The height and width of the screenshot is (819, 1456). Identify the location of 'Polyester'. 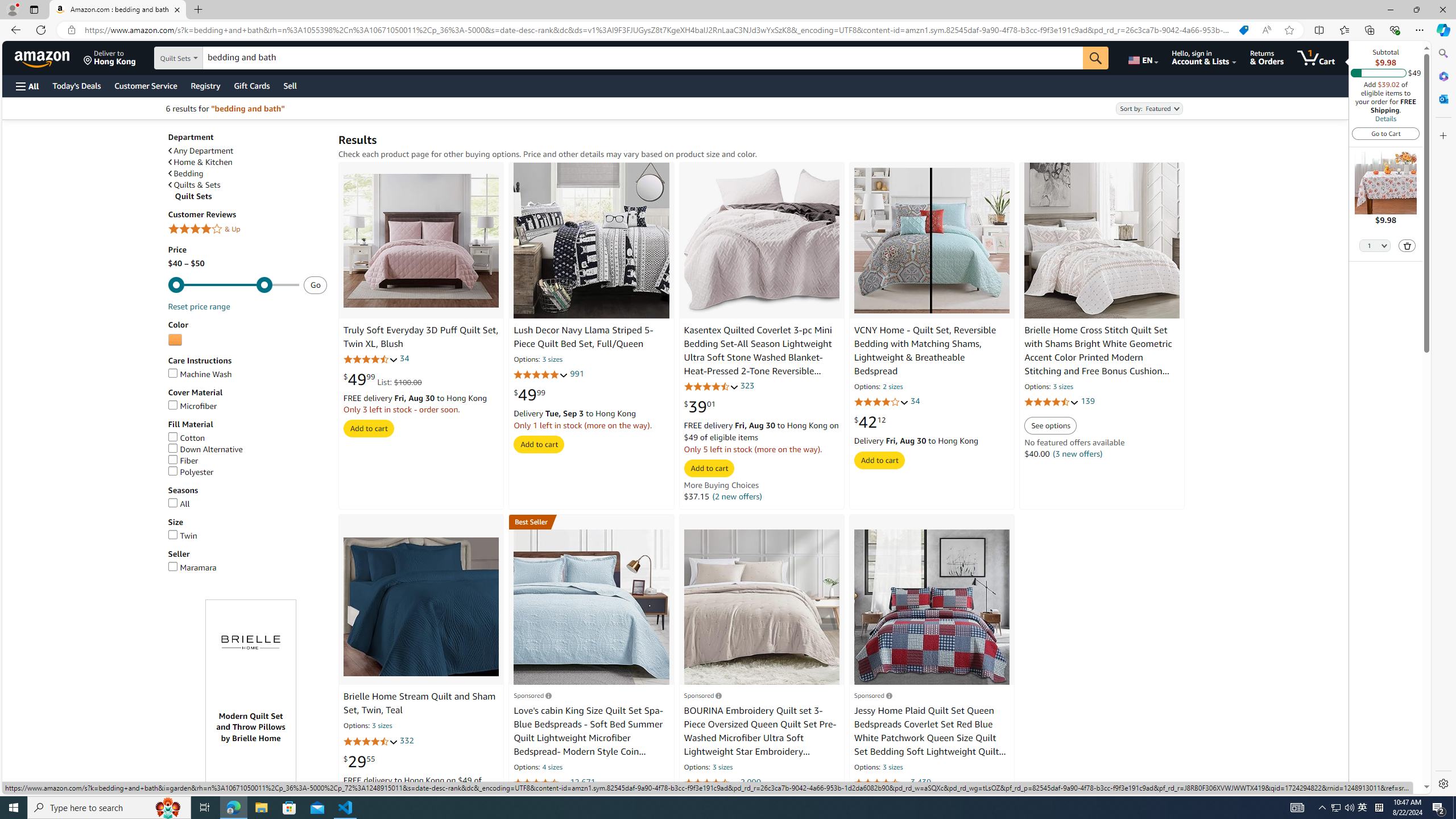
(190, 471).